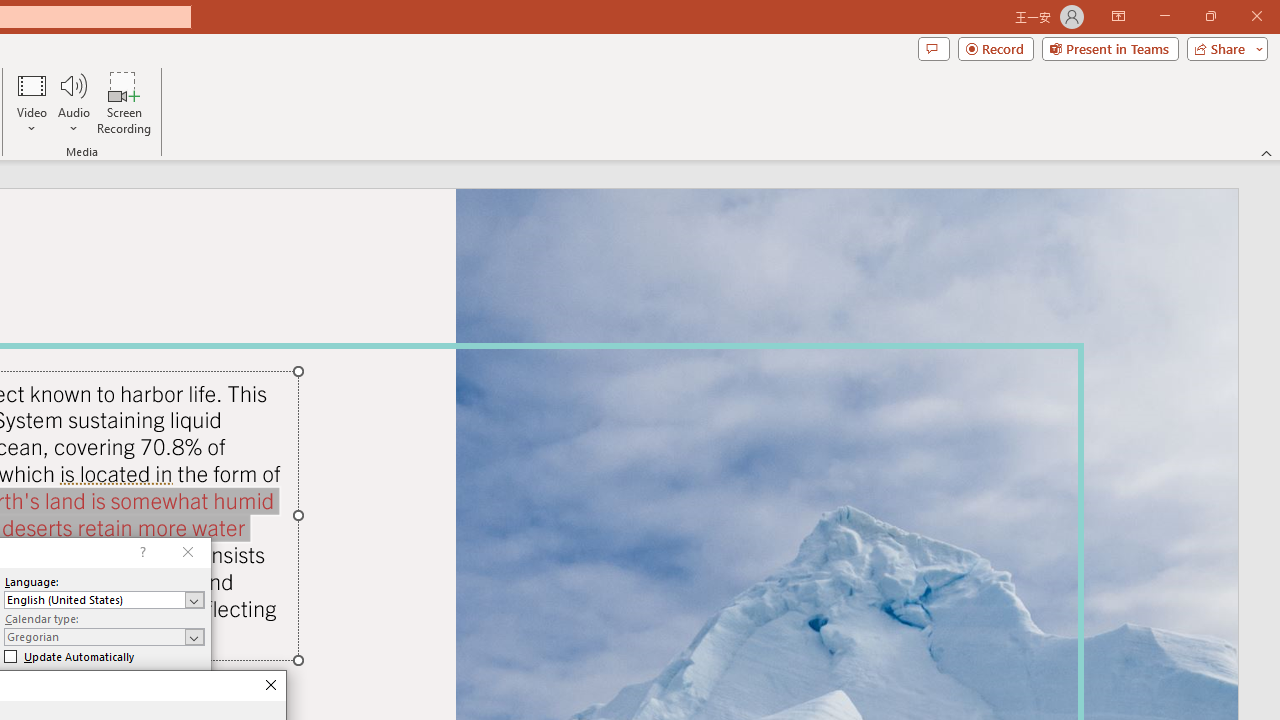  Describe the element at coordinates (1164, 16) in the screenshot. I see `'Minimize'` at that location.